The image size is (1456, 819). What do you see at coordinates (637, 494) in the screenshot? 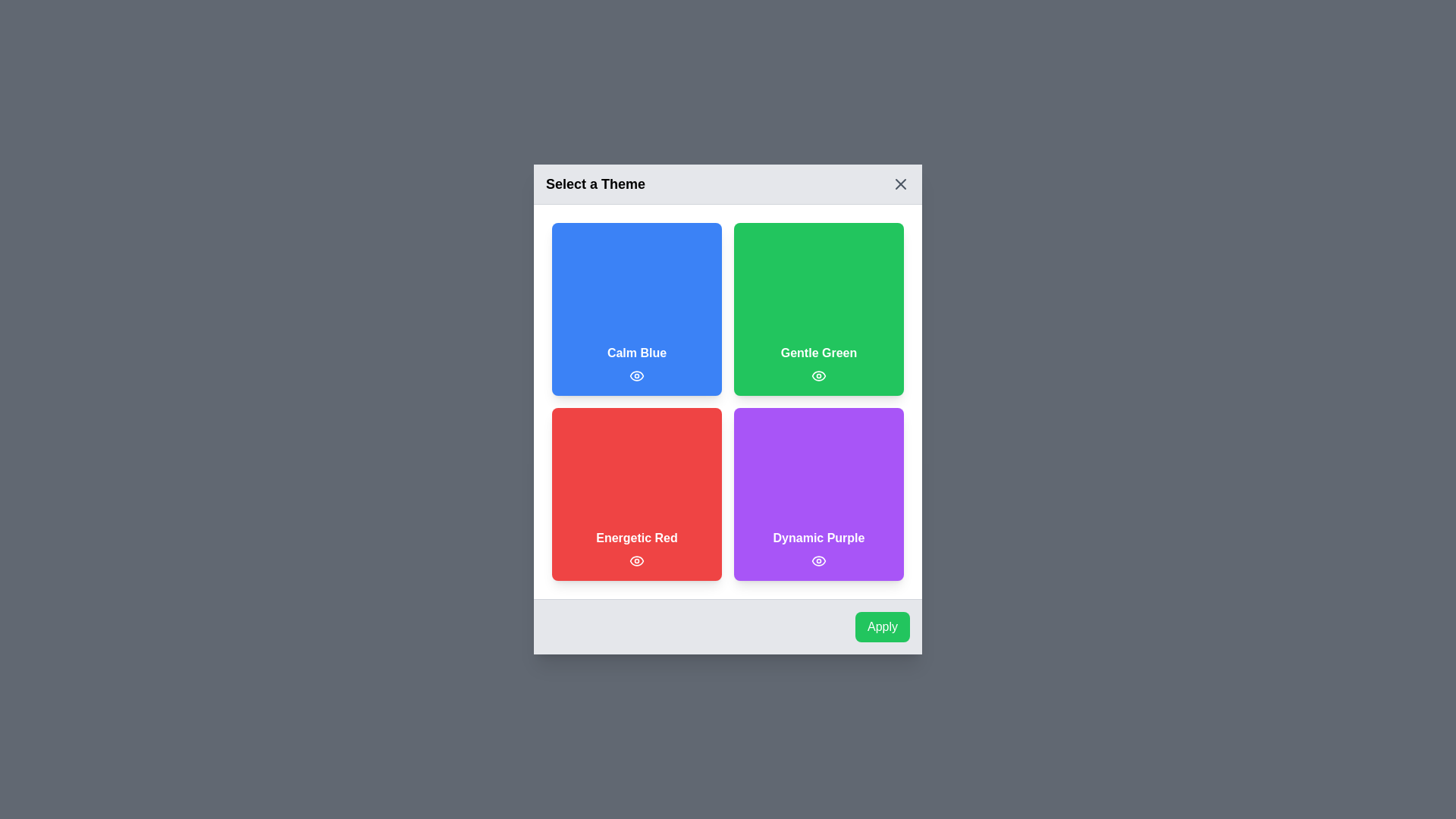
I see `the theme Energetic Red by clicking on its respective area` at bounding box center [637, 494].